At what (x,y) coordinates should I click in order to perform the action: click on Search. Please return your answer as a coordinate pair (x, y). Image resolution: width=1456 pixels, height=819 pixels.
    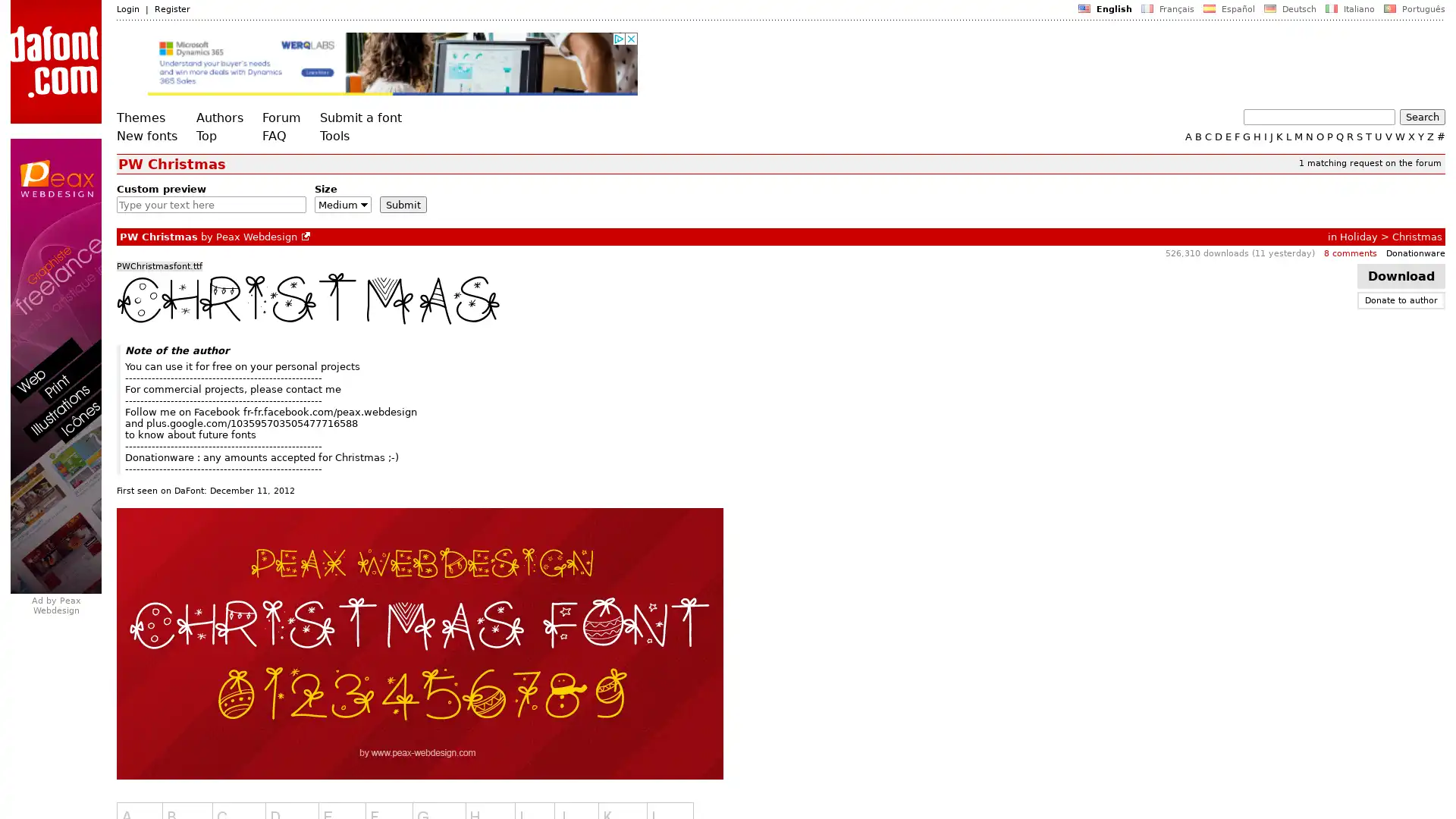
    Looking at the image, I should click on (1422, 116).